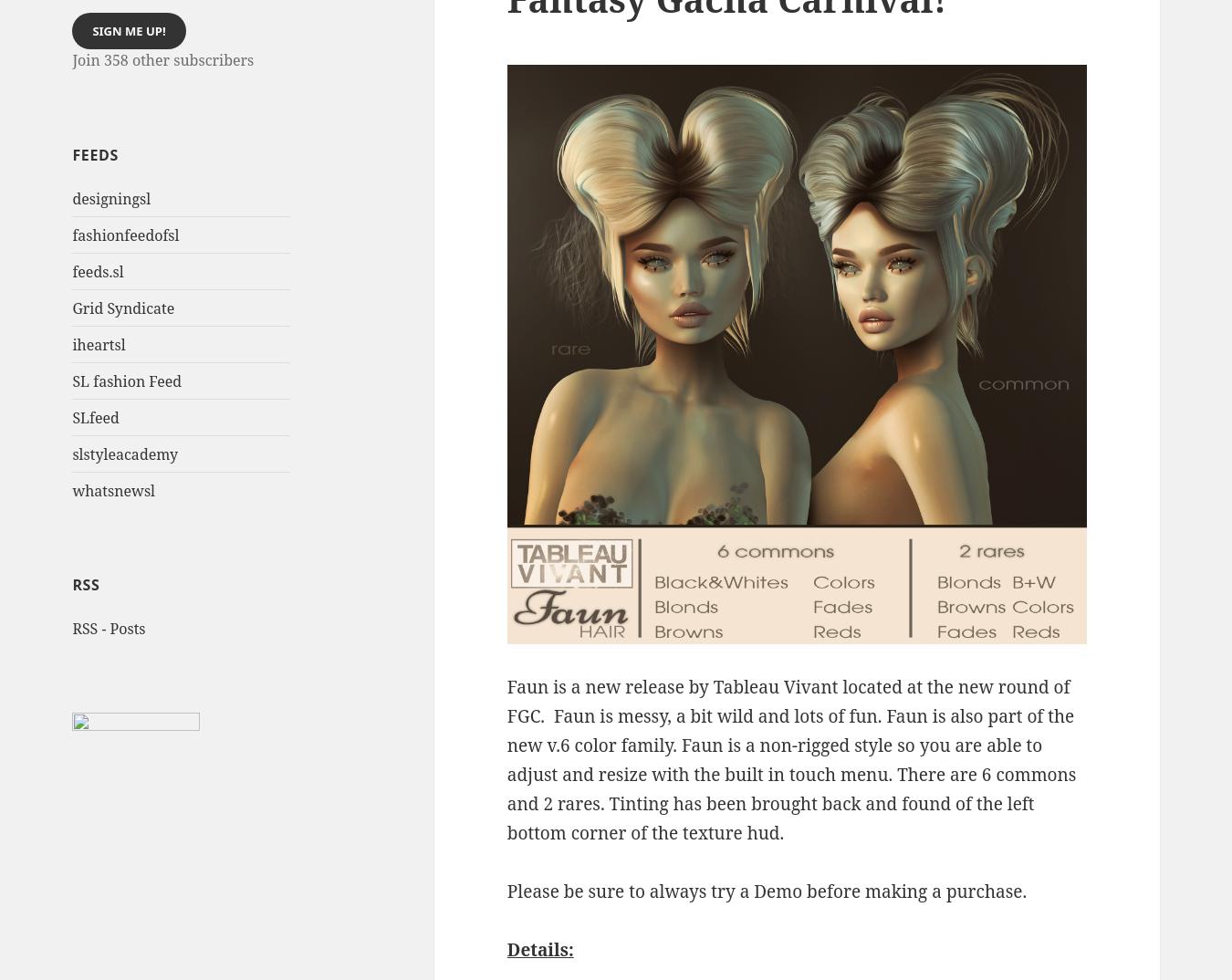 This screenshot has width=1232, height=980. I want to click on 'Details:', so click(539, 948).